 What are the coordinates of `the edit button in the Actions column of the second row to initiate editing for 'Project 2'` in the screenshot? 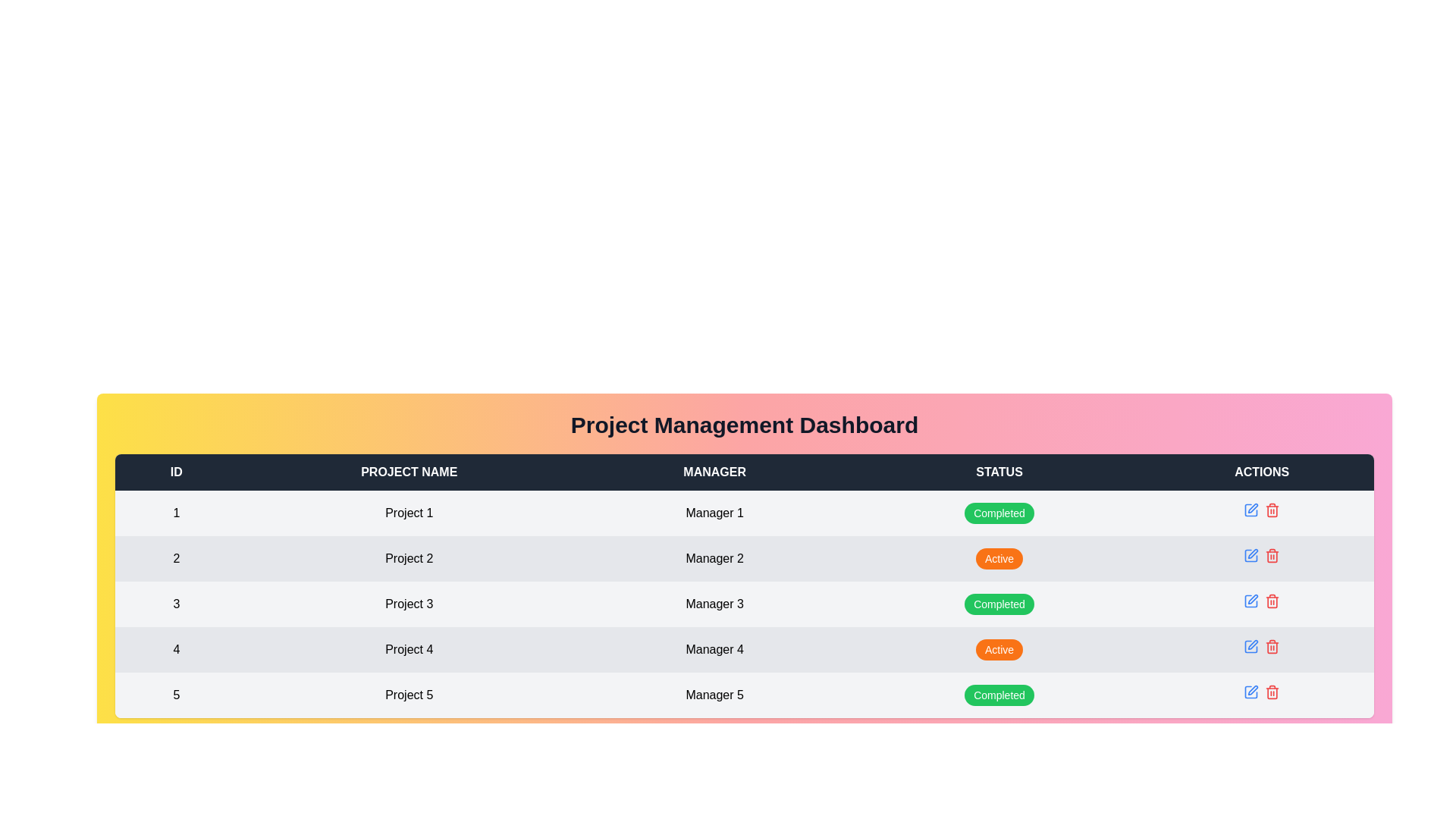 It's located at (1251, 555).